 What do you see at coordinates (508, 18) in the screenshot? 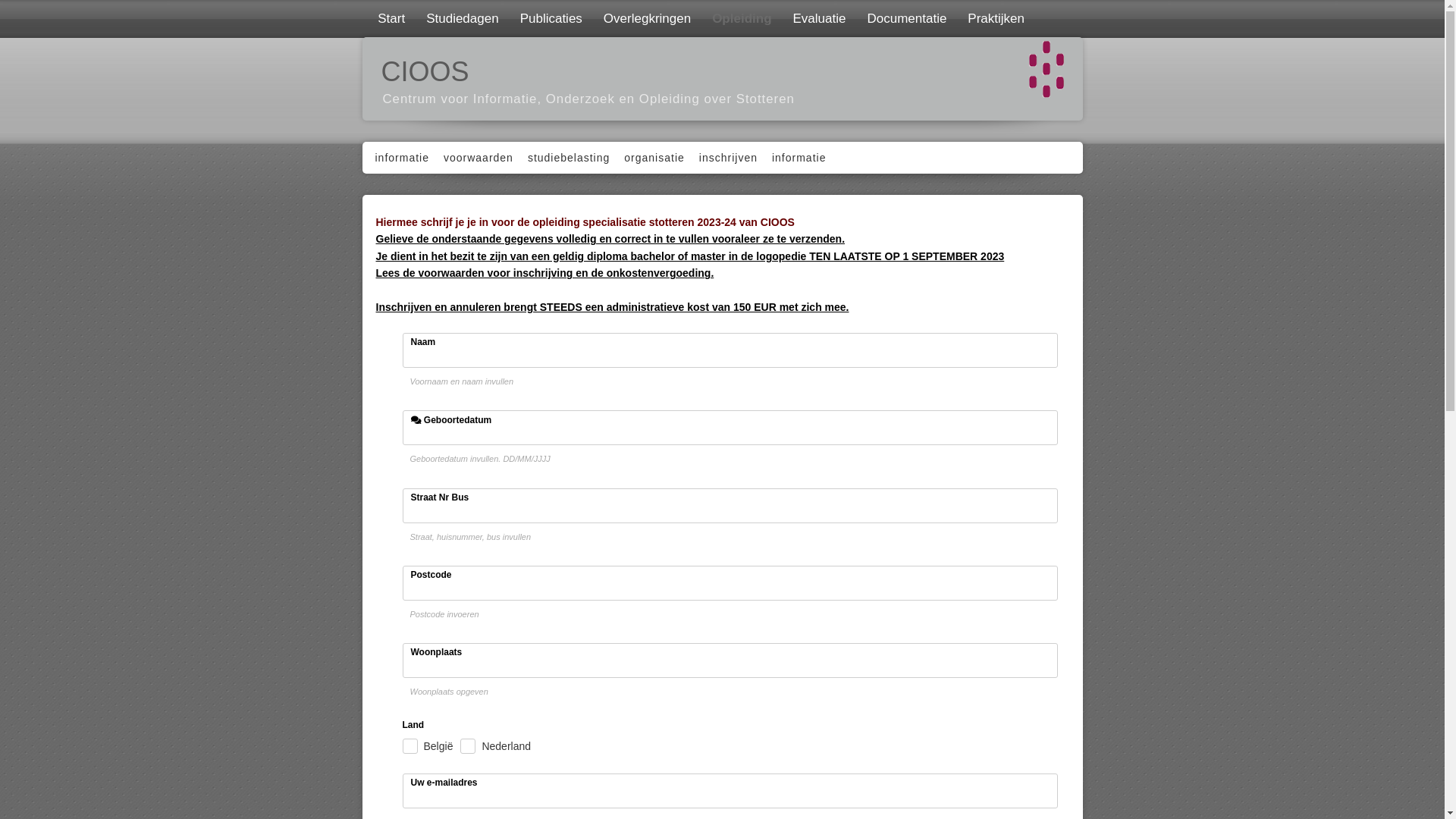
I see `'Publicaties'` at bounding box center [508, 18].